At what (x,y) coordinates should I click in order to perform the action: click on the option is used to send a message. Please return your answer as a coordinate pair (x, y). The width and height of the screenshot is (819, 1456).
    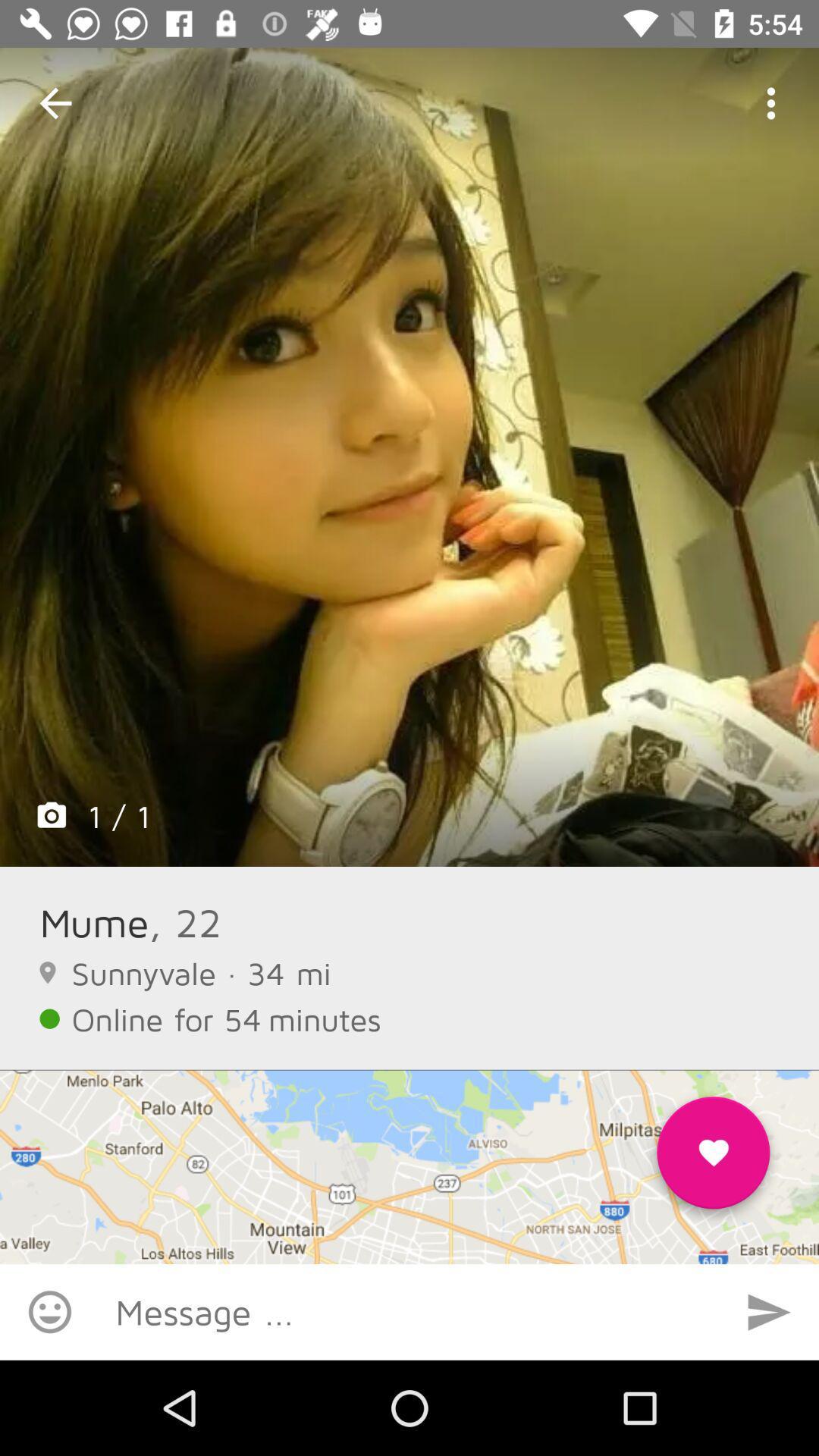
    Looking at the image, I should click on (769, 1311).